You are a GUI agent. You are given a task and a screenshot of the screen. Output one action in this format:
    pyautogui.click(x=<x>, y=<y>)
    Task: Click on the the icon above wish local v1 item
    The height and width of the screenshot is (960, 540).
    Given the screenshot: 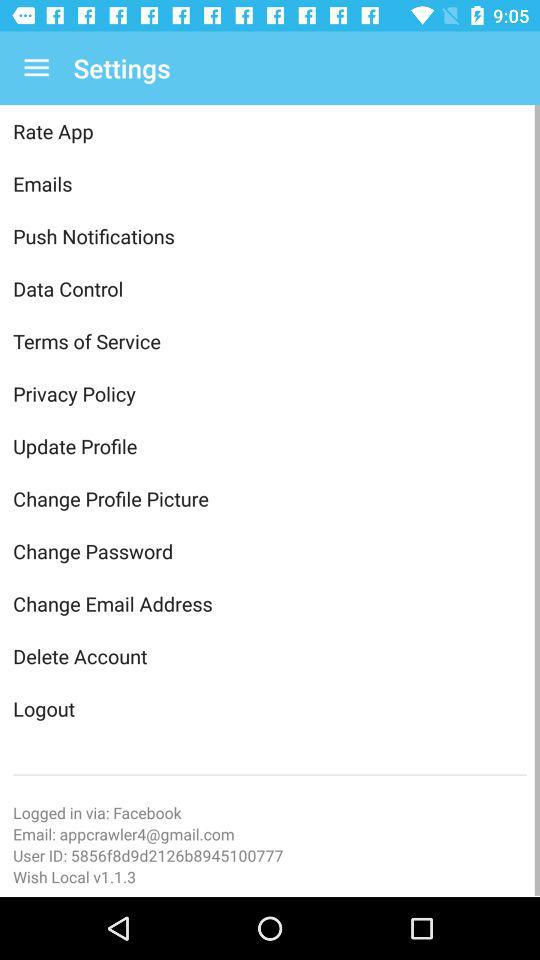 What is the action you would take?
    pyautogui.click(x=270, y=854)
    